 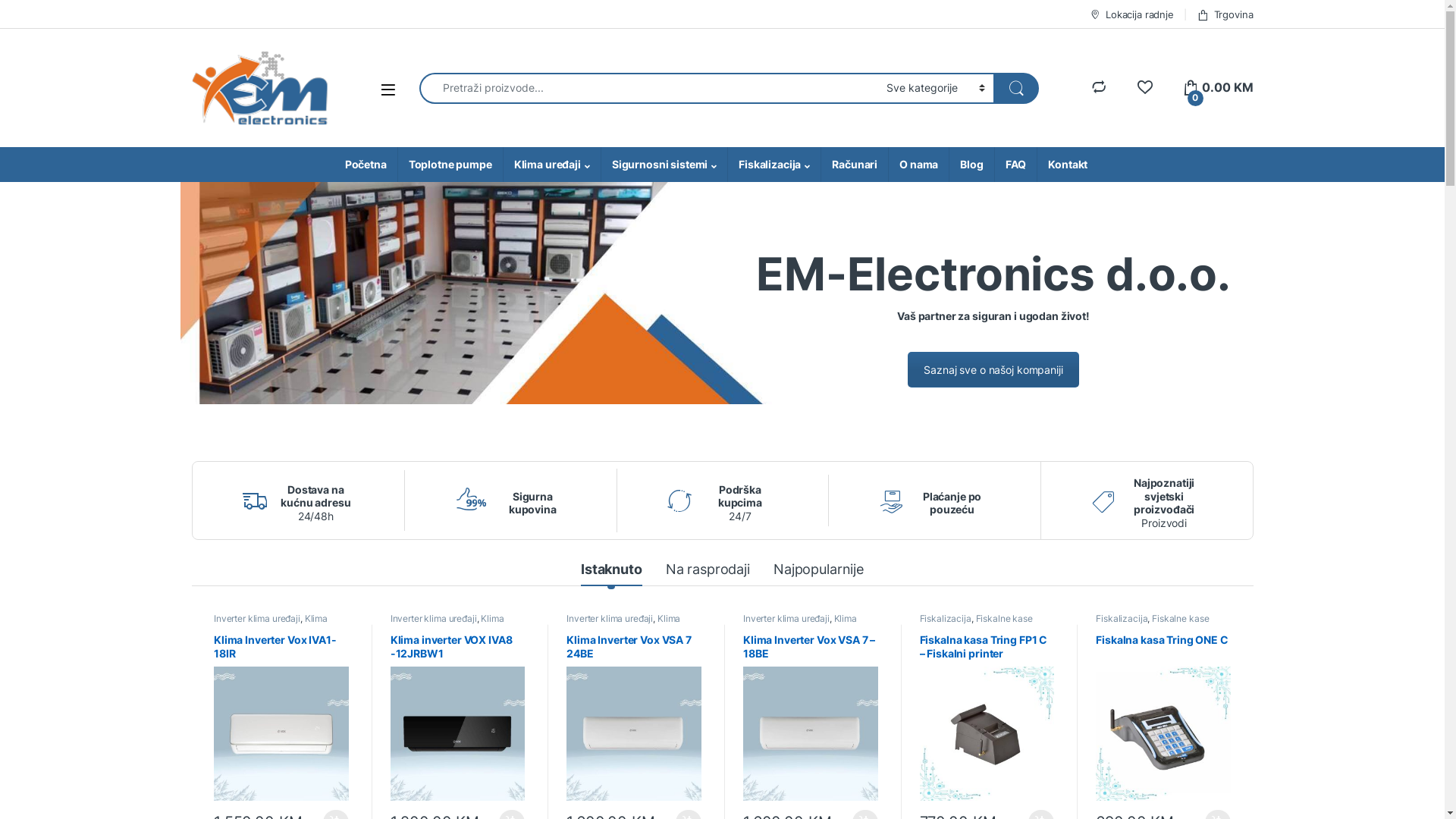 What do you see at coordinates (1225, 14) in the screenshot?
I see `'Trgovina'` at bounding box center [1225, 14].